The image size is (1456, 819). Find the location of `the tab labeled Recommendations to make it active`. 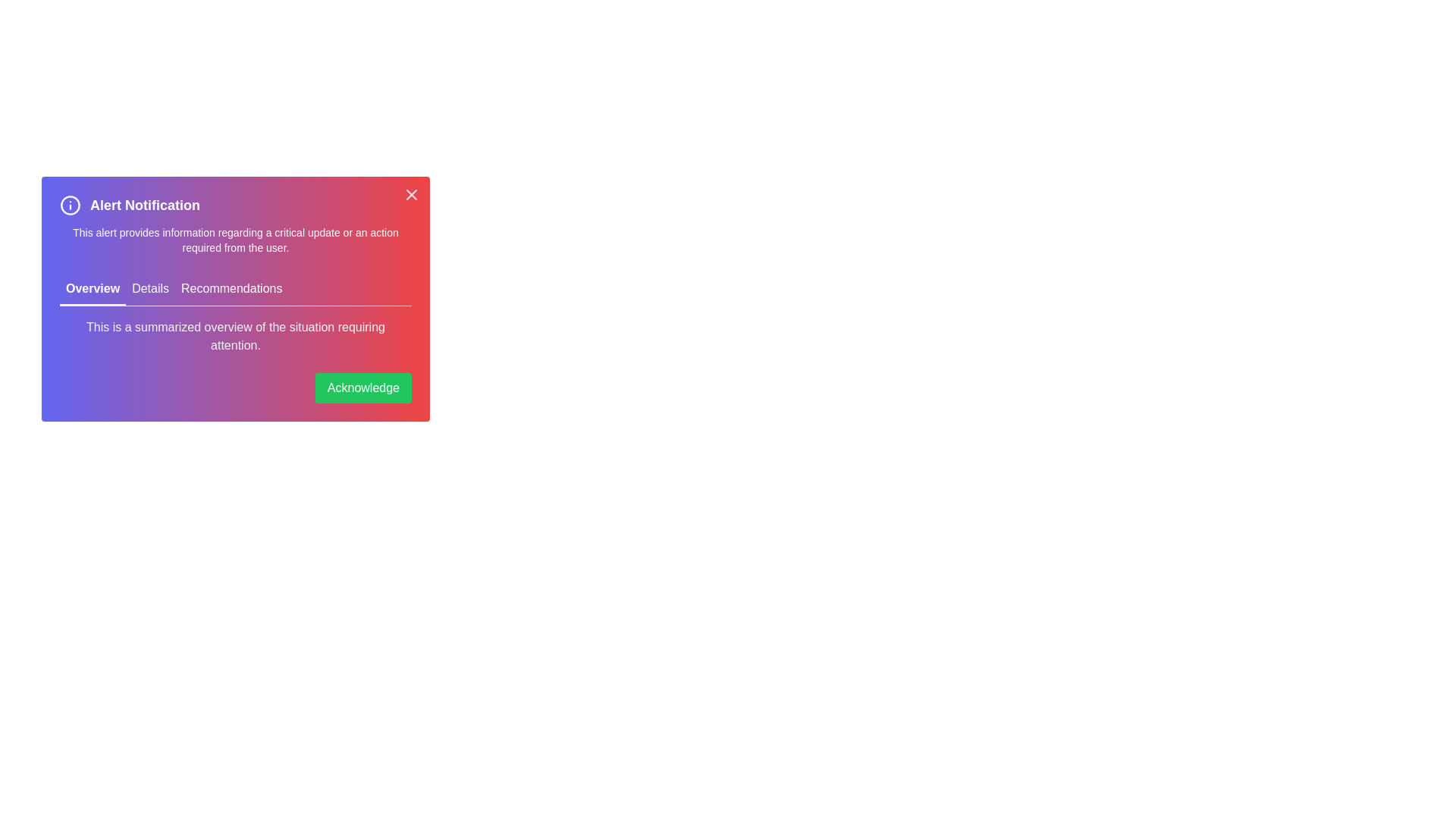

the tab labeled Recommendations to make it active is located at coordinates (231, 289).